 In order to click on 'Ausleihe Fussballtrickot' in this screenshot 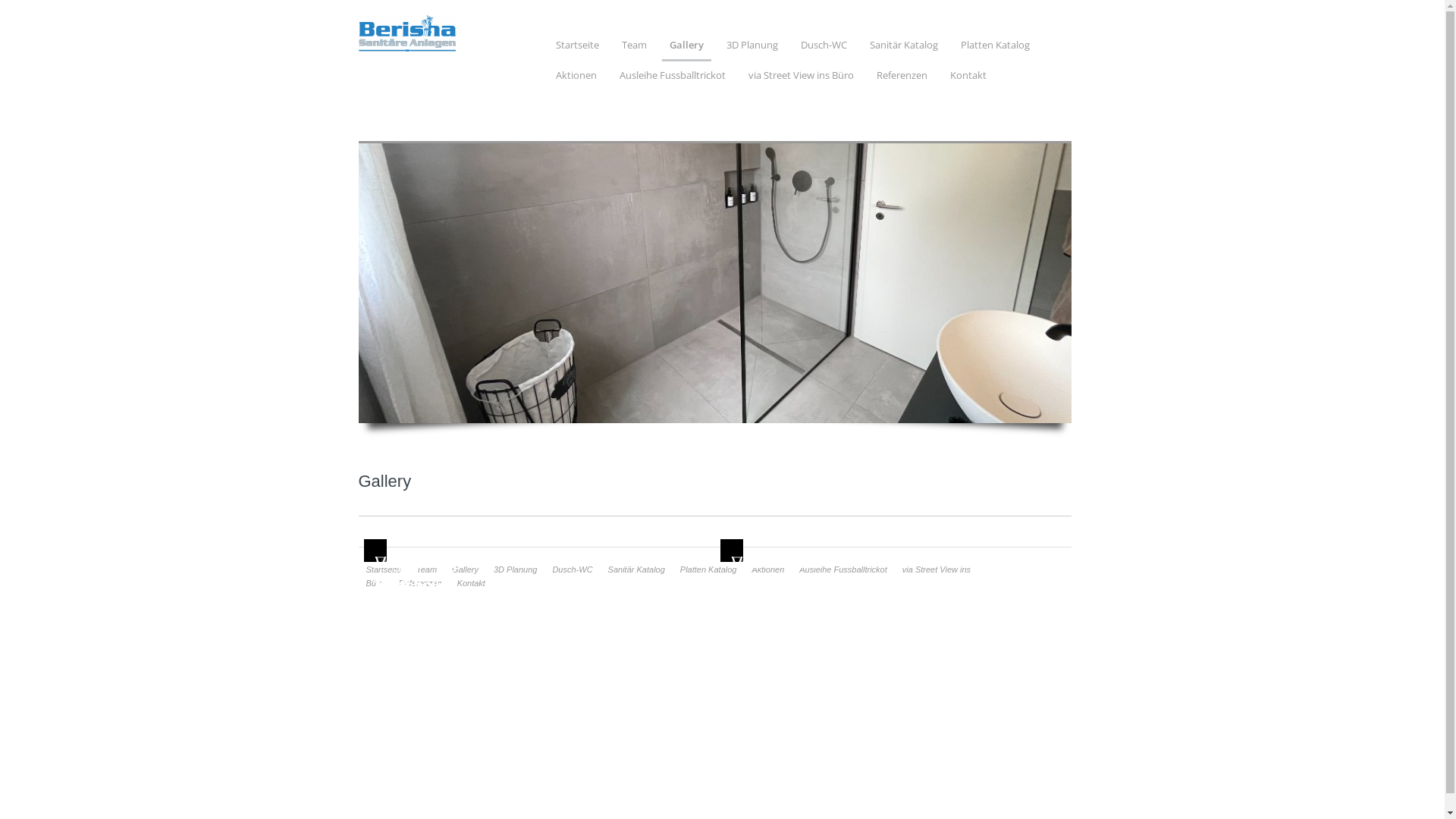, I will do `click(671, 79)`.